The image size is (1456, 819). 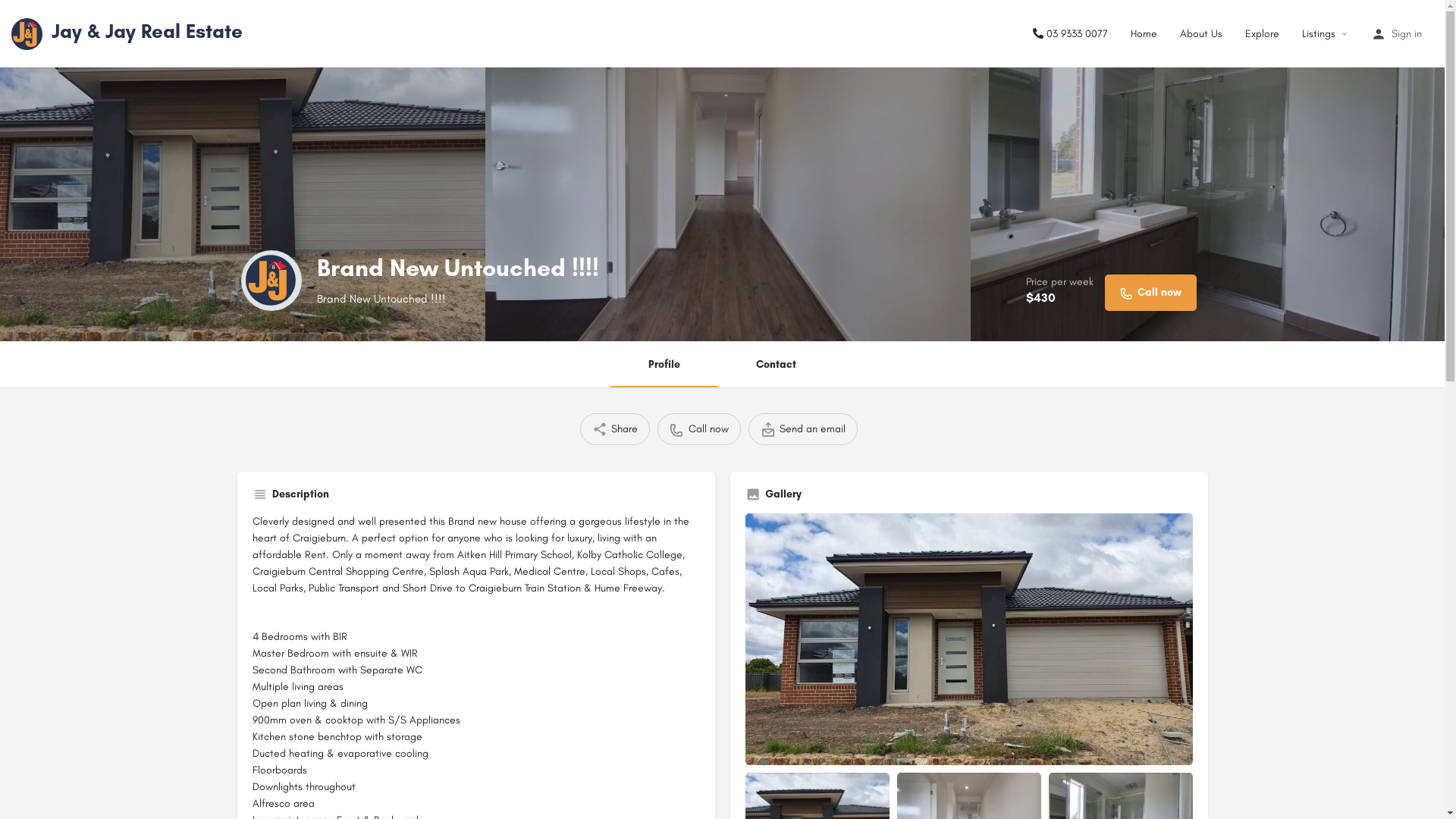 I want to click on 'Home', so click(x=1144, y=33).